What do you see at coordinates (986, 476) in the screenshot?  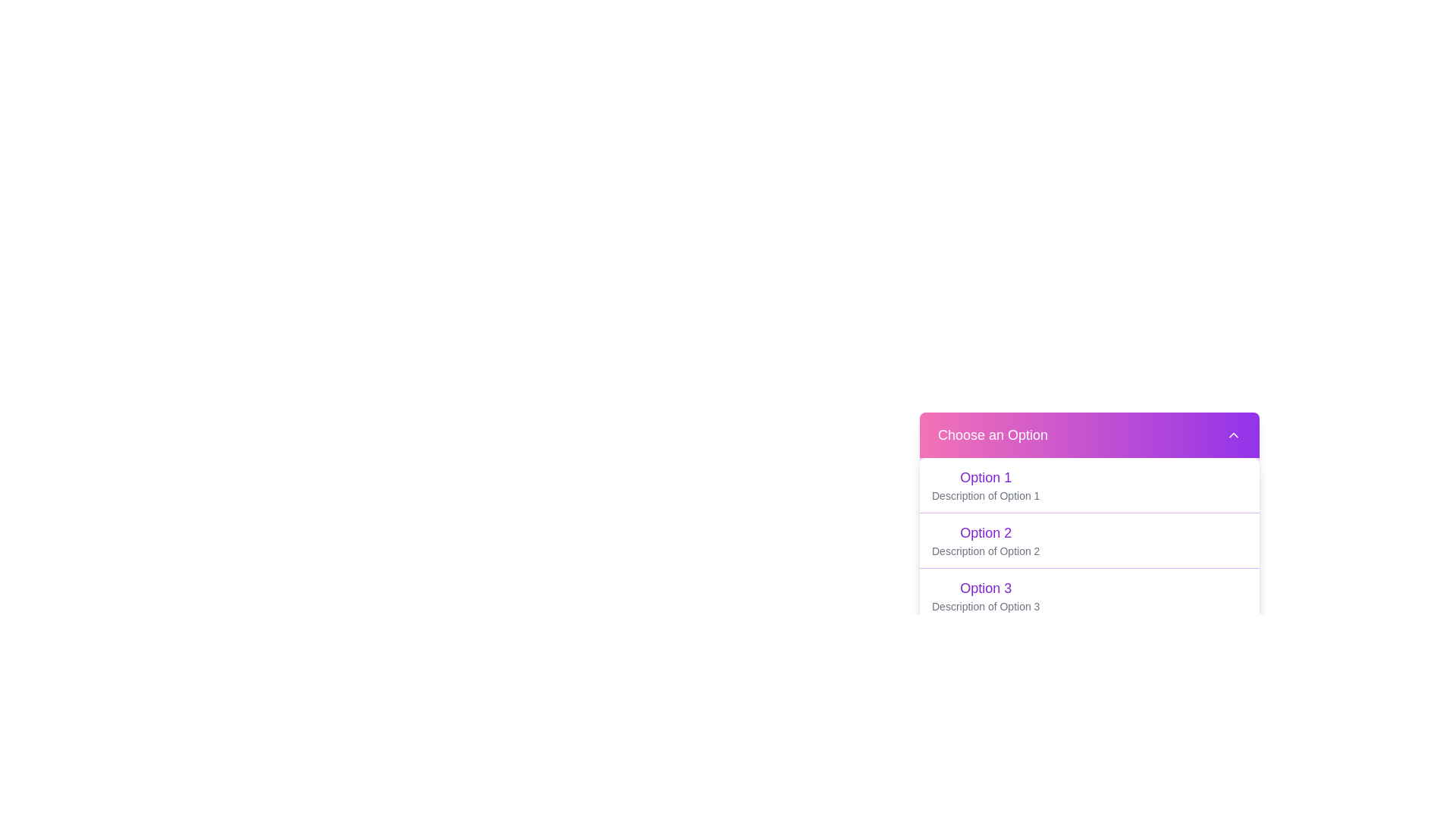 I see `the text label displaying 'Option 1' which is located at the top of the dropdown list under the header 'Choose an Option'` at bounding box center [986, 476].